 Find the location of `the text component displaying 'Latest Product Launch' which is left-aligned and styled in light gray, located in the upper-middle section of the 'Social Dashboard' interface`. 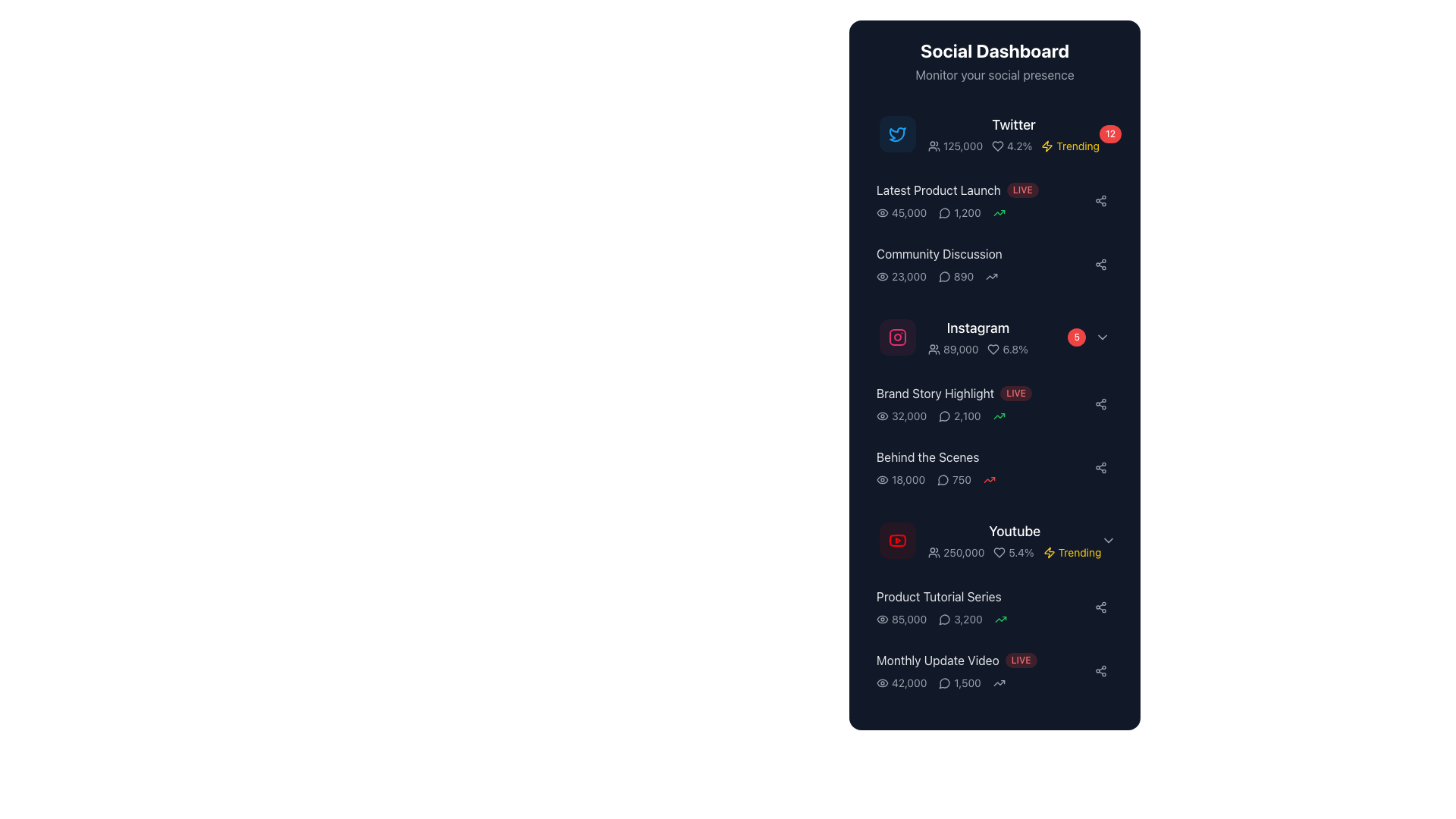

the text component displaying 'Latest Product Launch' which is left-aligned and styled in light gray, located in the upper-middle section of the 'Social Dashboard' interface is located at coordinates (937, 189).